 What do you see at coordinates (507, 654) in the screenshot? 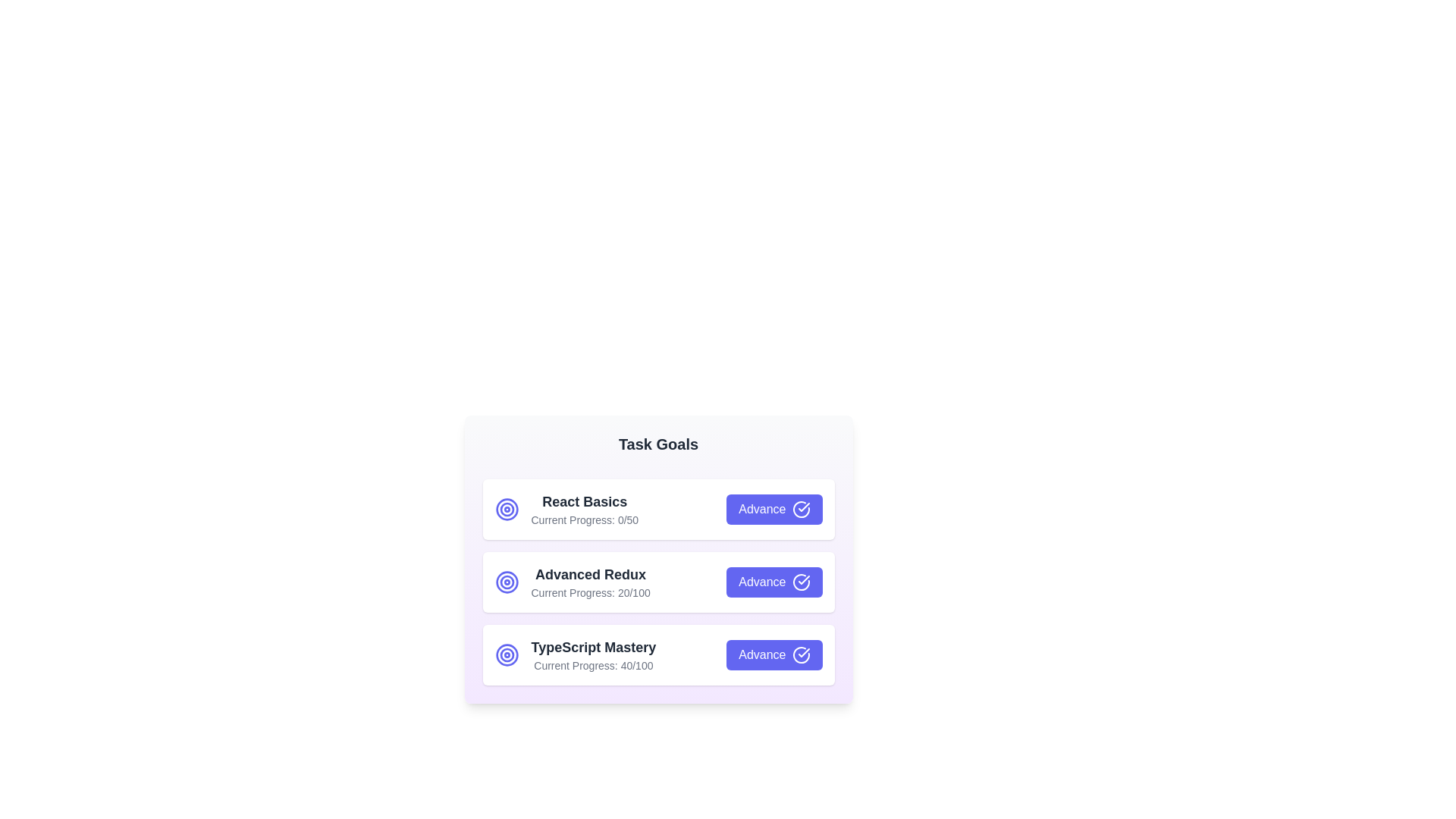
I see `the outermost circle of the target icon associated with the 'React Basics' task goal, which is styled in a vibrant blue color scheme` at bounding box center [507, 654].